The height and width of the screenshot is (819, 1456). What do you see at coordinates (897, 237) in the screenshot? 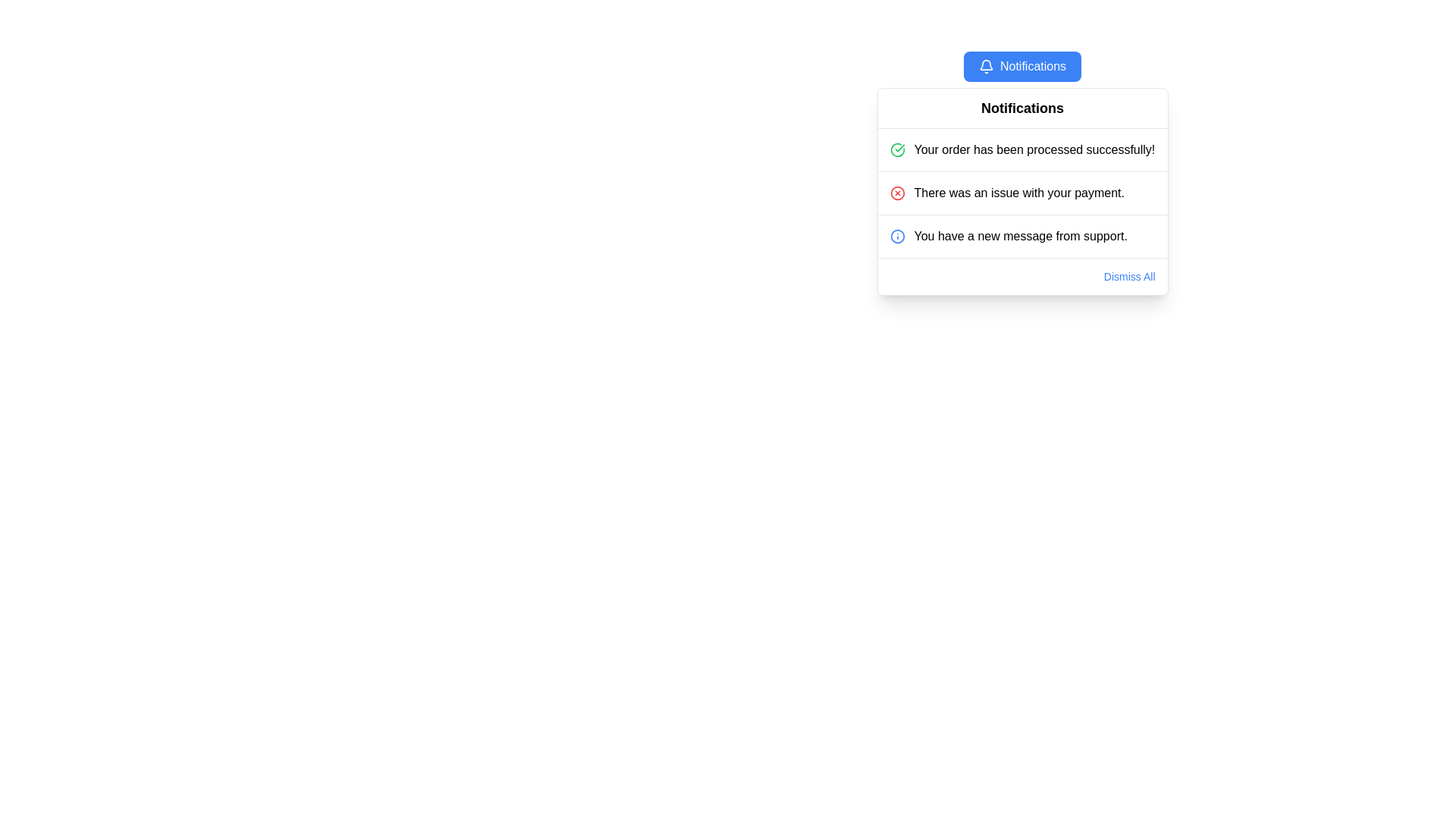
I see `the circular blue outlined icon featuring a centered exclamation mark to view details of the notification regarding a new message from support` at bounding box center [897, 237].